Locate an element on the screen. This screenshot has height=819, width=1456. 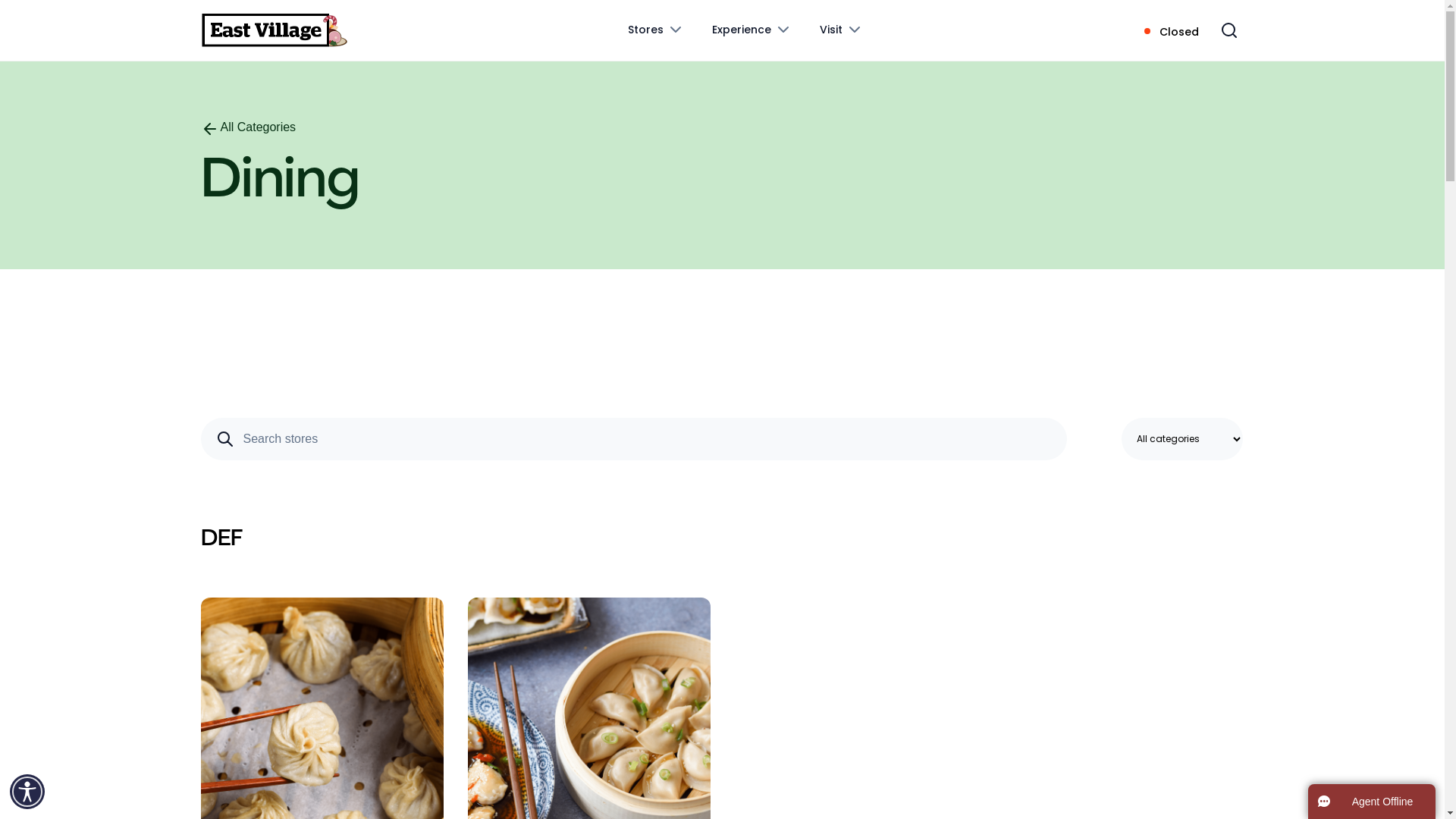
'All Categories' is located at coordinates (247, 127).